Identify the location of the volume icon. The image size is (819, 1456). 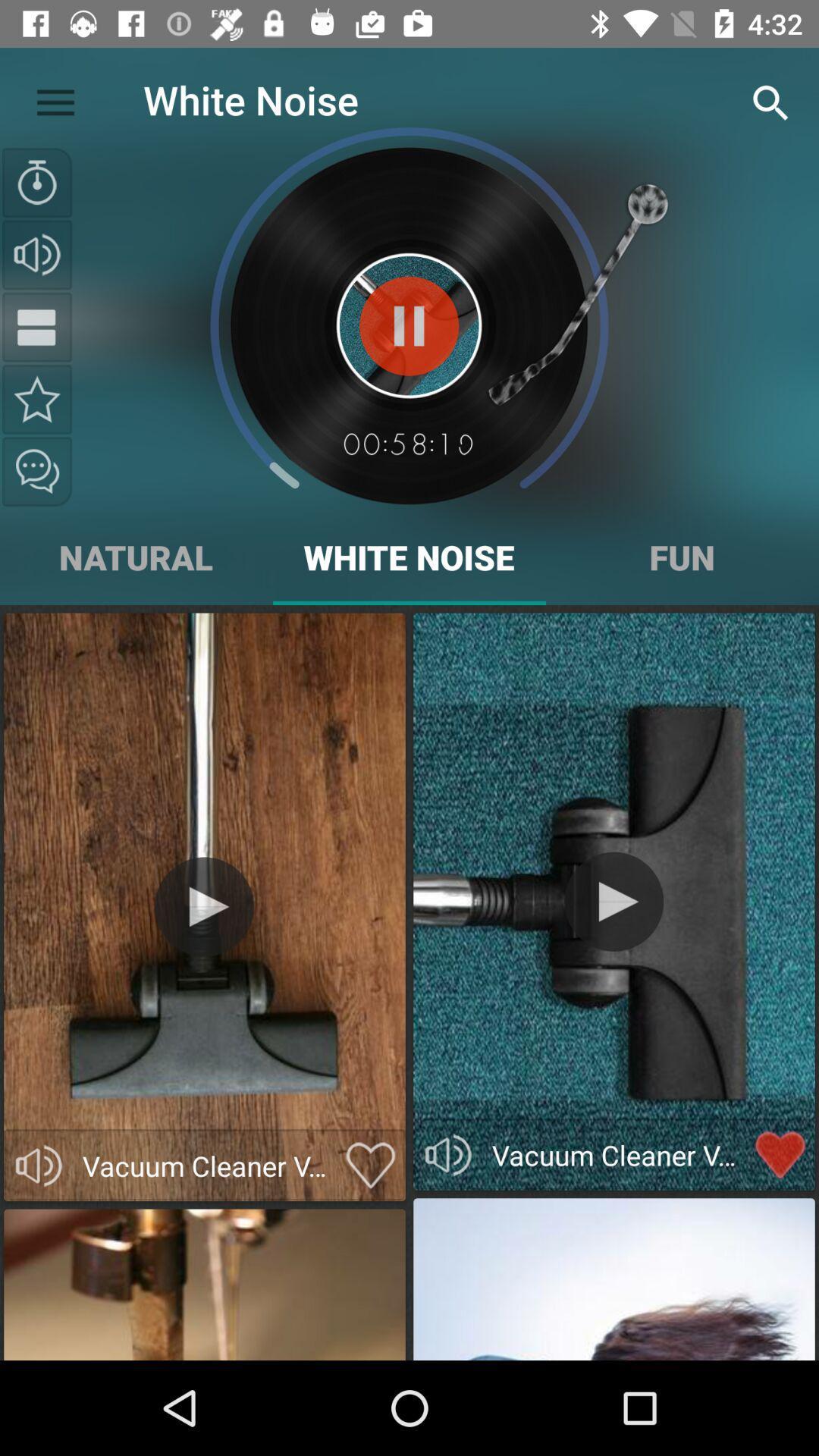
(36, 255).